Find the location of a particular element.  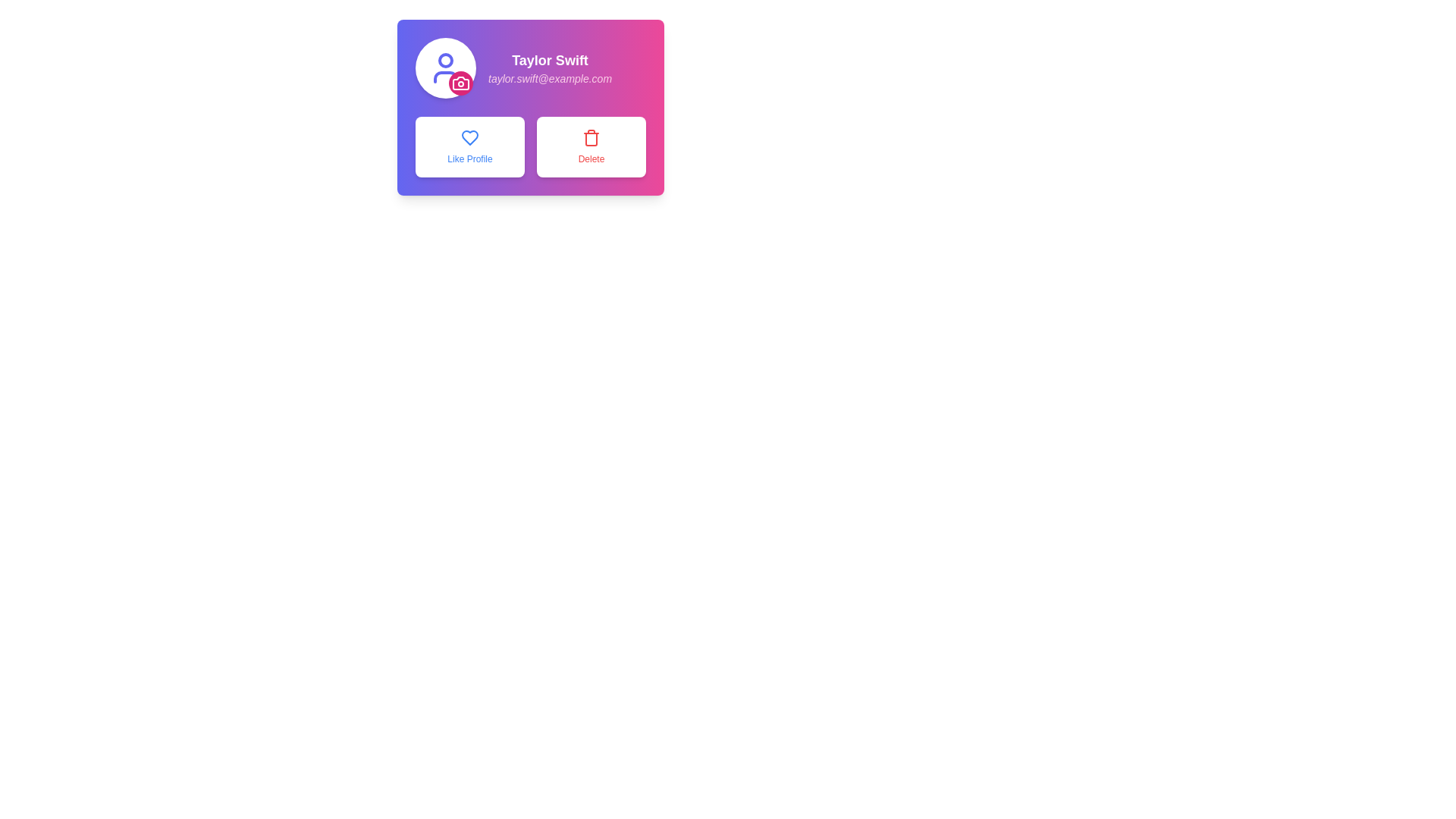

the text display component that shows the user's name and contact email, positioned to the right of the circular profile icon is located at coordinates (531, 67).